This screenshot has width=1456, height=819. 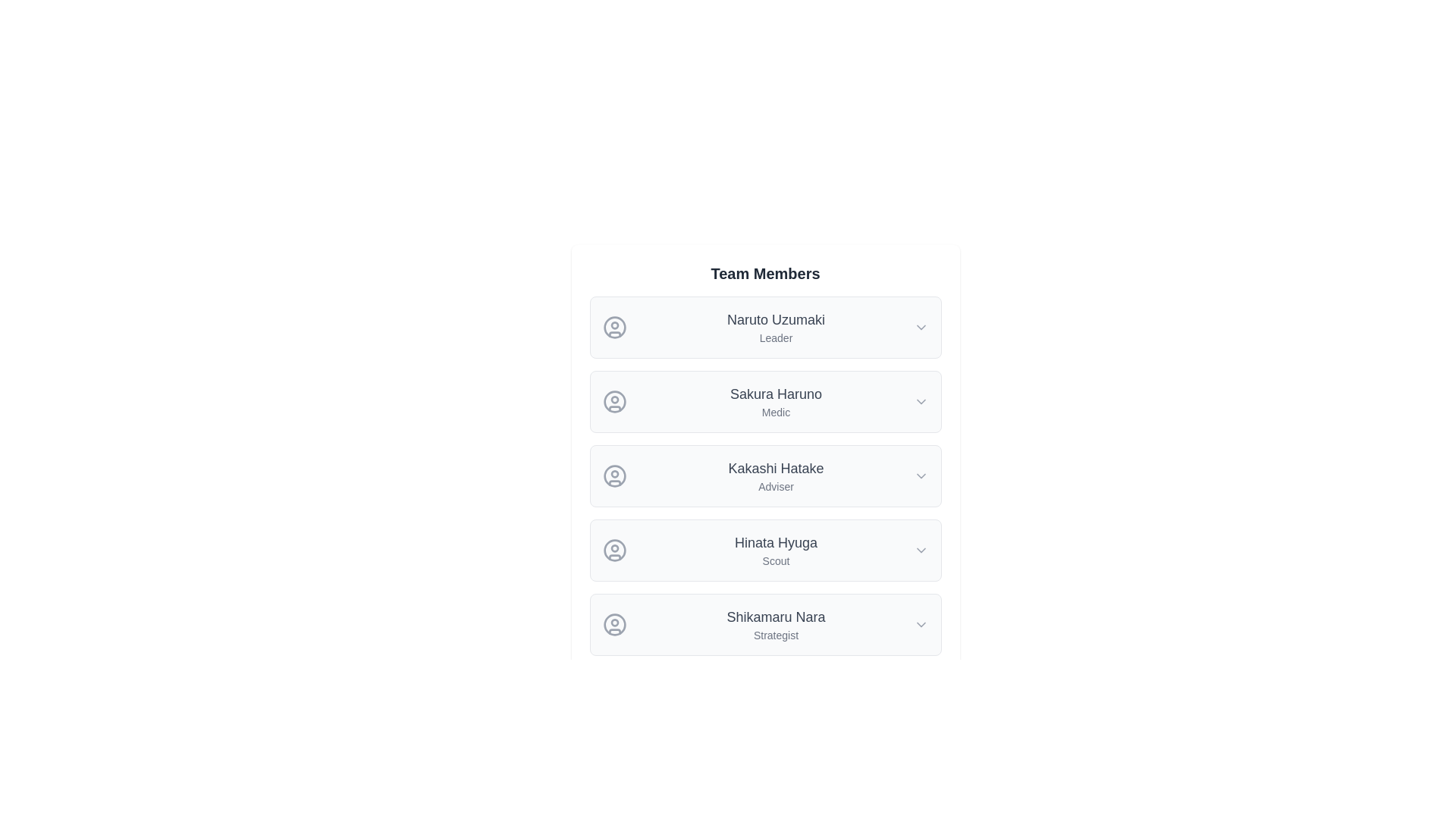 I want to click on the Avatar Icon representing the user, so click(x=614, y=400).